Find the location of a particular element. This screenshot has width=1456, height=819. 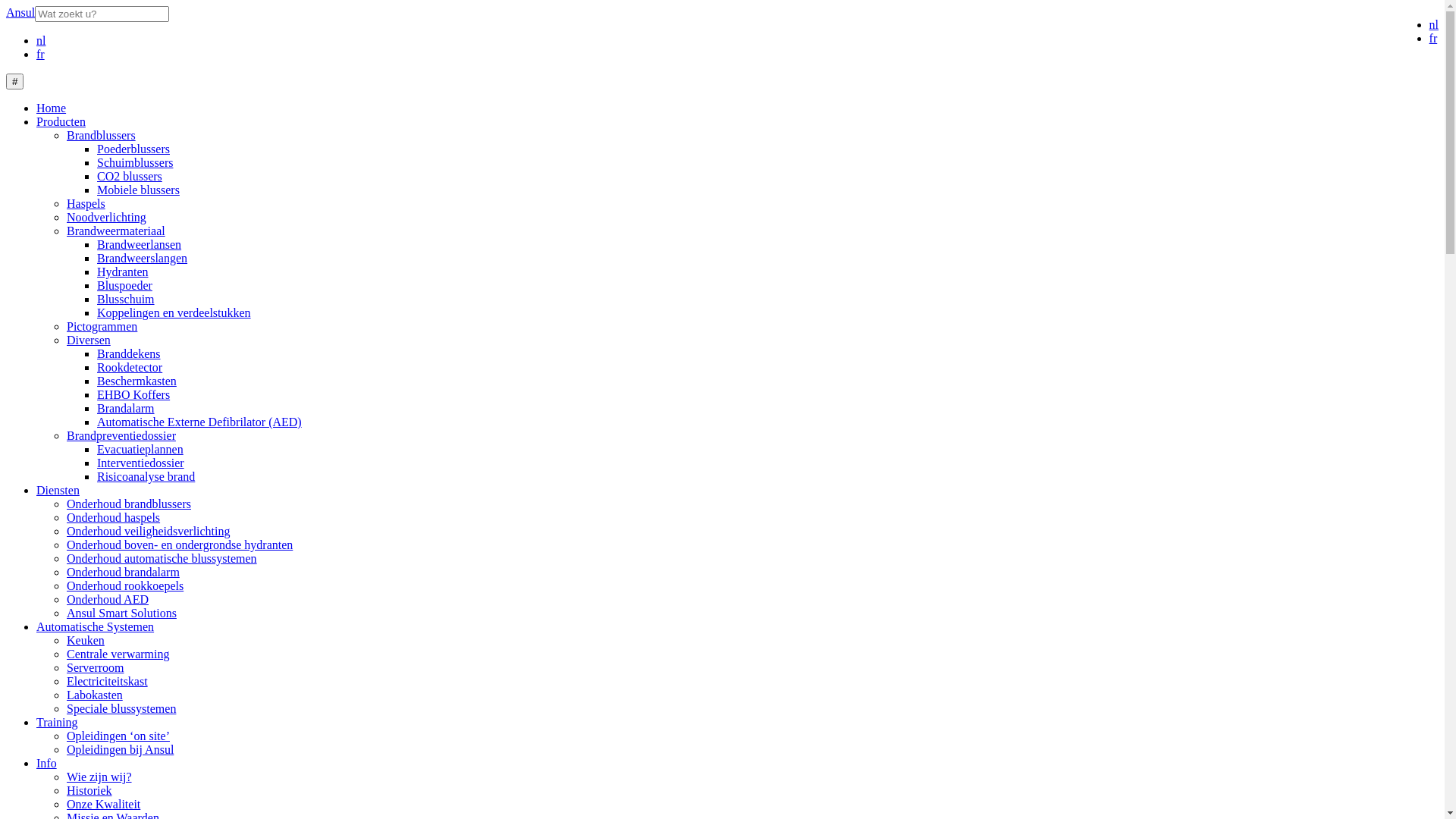

'Wie zijn wij?' is located at coordinates (65, 777).